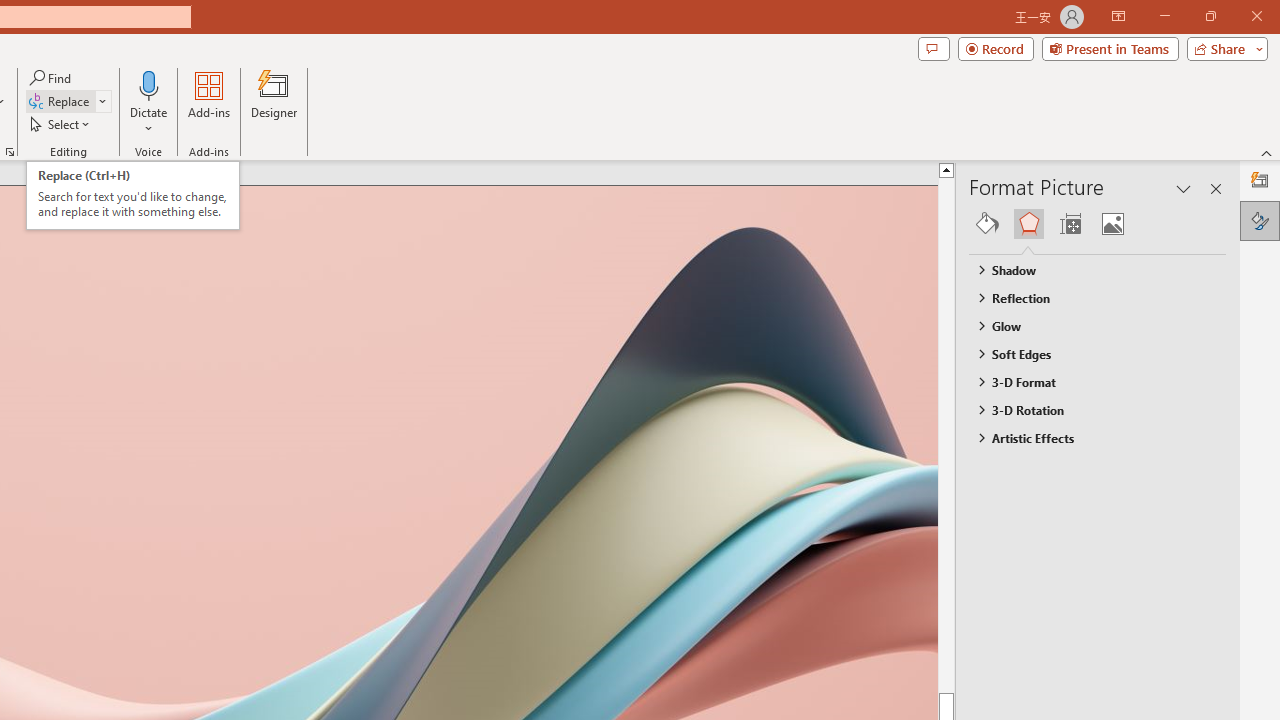 The width and height of the screenshot is (1280, 720). What do you see at coordinates (1222, 47) in the screenshot?
I see `'Share'` at bounding box center [1222, 47].